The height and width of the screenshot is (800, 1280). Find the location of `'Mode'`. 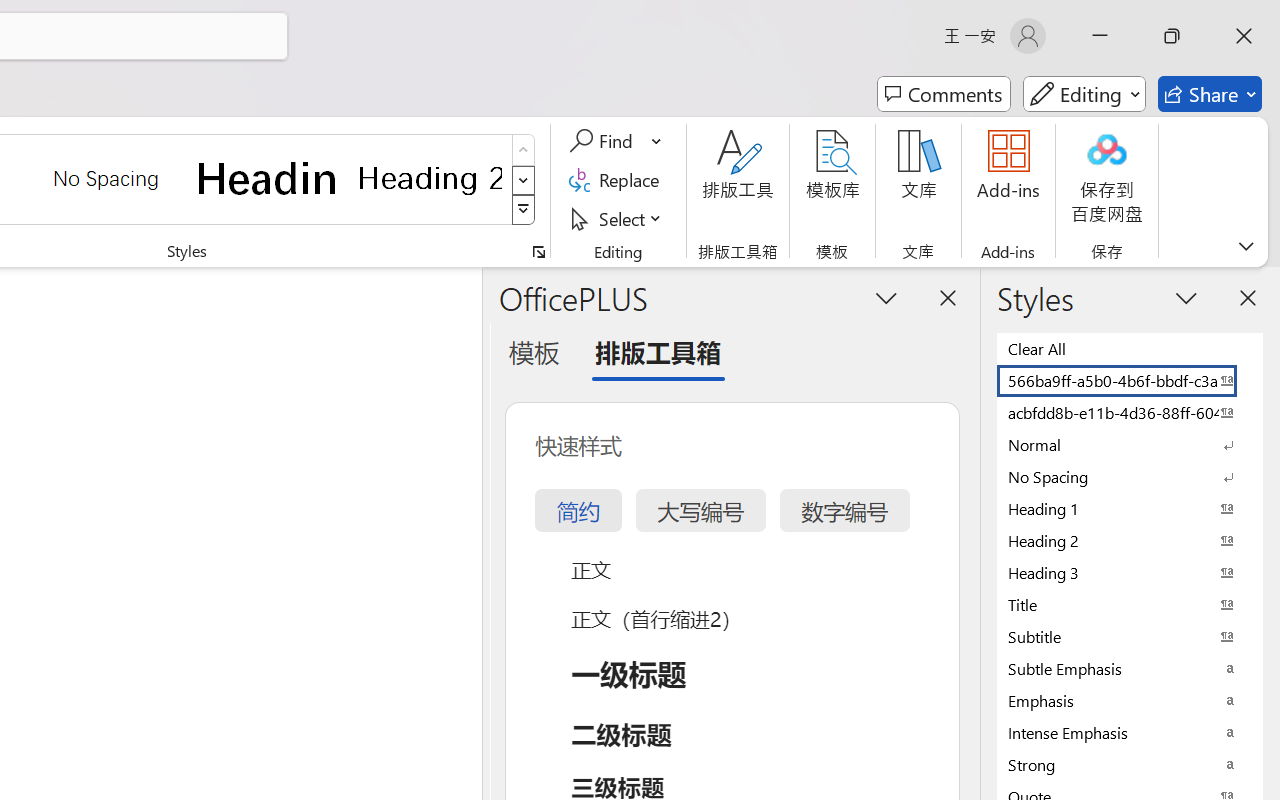

'Mode' is located at coordinates (1083, 94).